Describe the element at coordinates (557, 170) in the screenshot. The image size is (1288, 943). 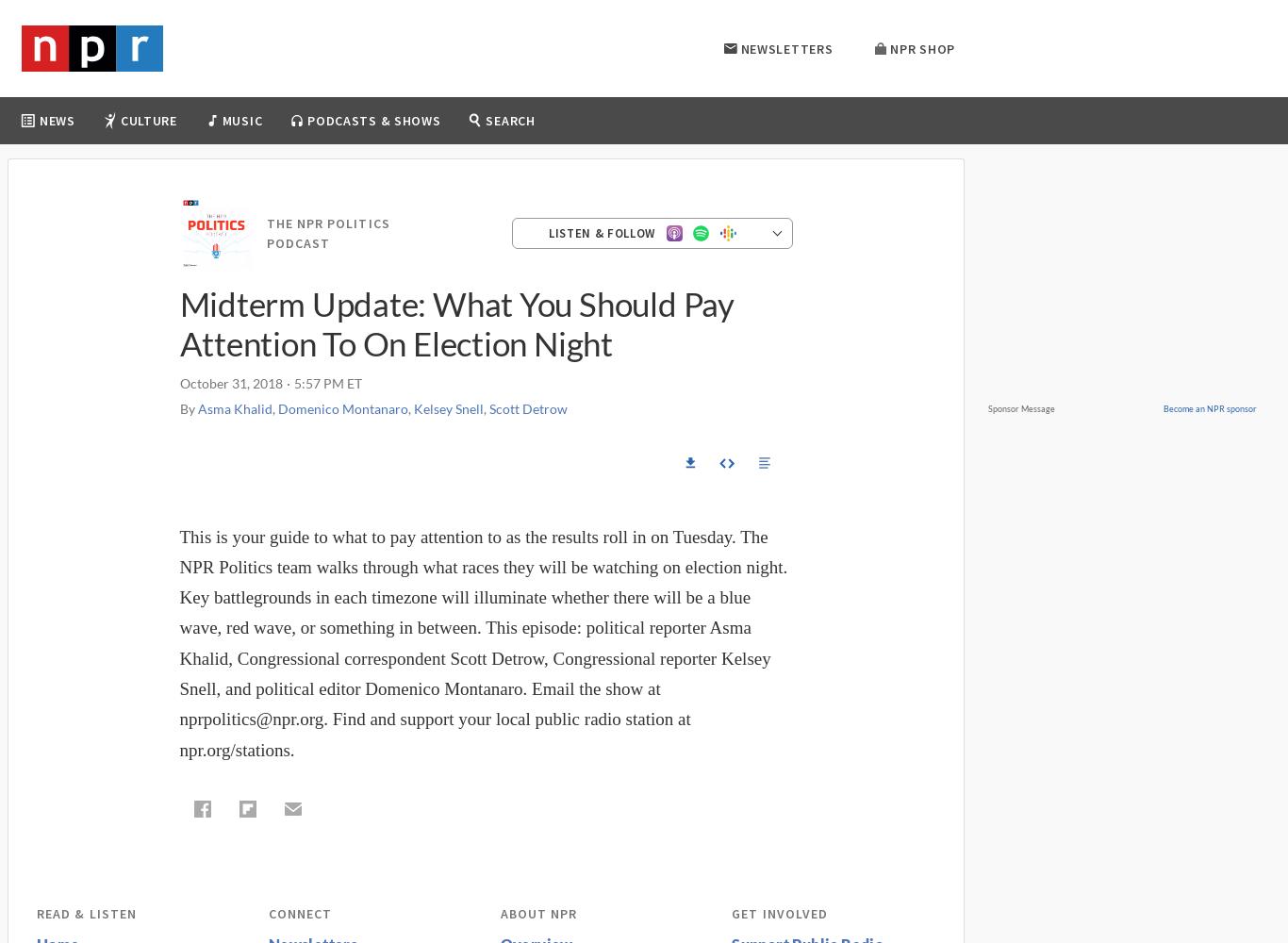
I see `'Featured'` at that location.